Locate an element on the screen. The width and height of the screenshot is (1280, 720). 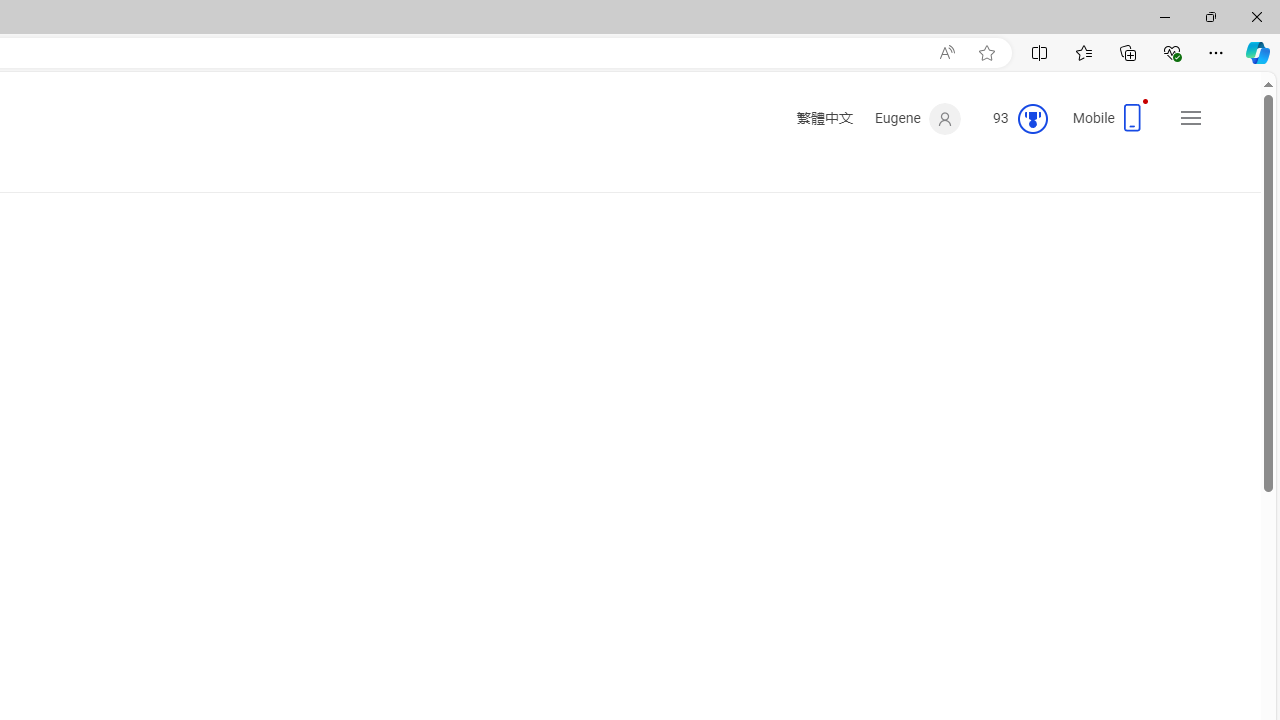
'Settings and quick links' is located at coordinates (1191, 118).